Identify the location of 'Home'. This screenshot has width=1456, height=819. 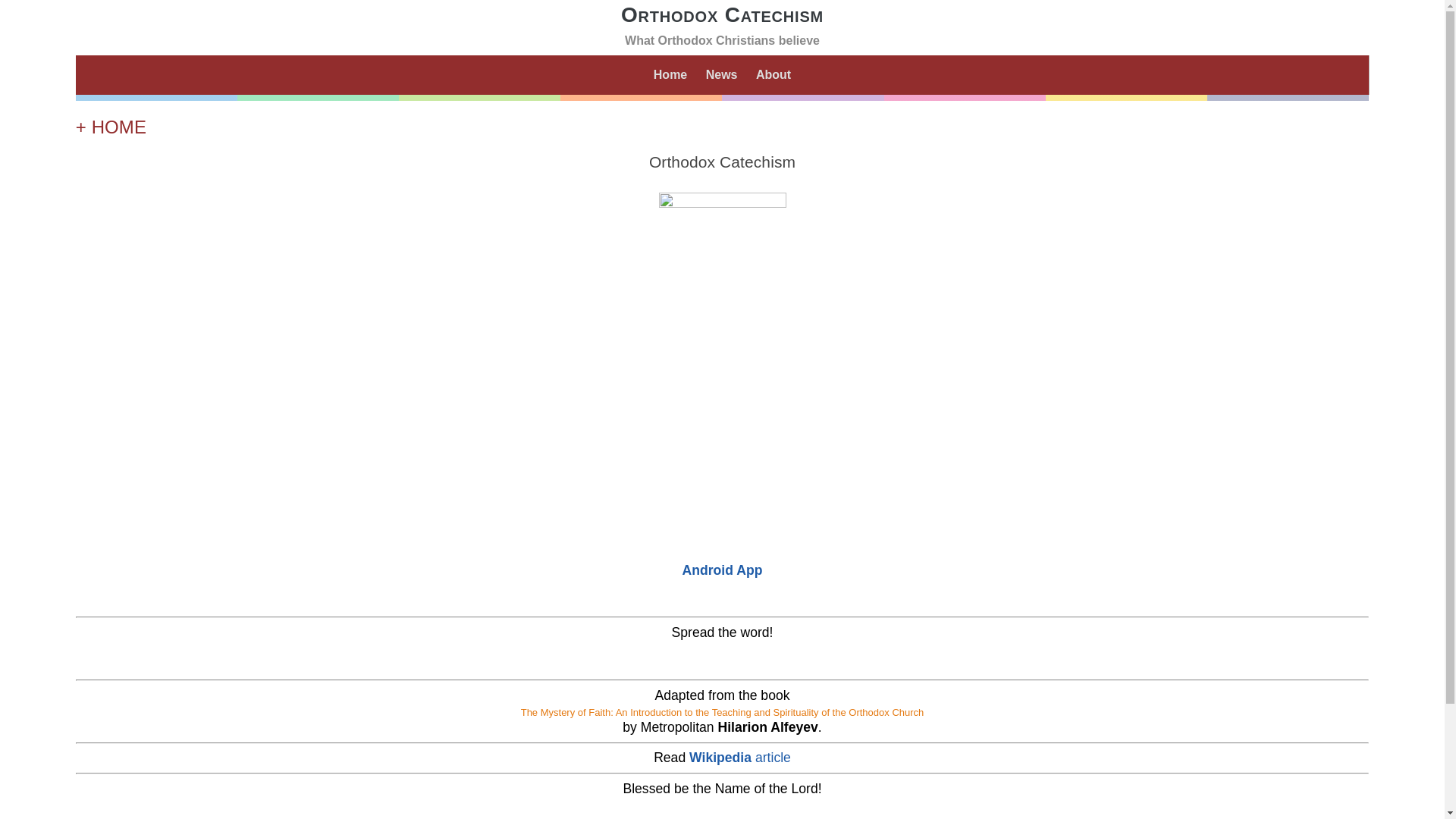
(669, 75).